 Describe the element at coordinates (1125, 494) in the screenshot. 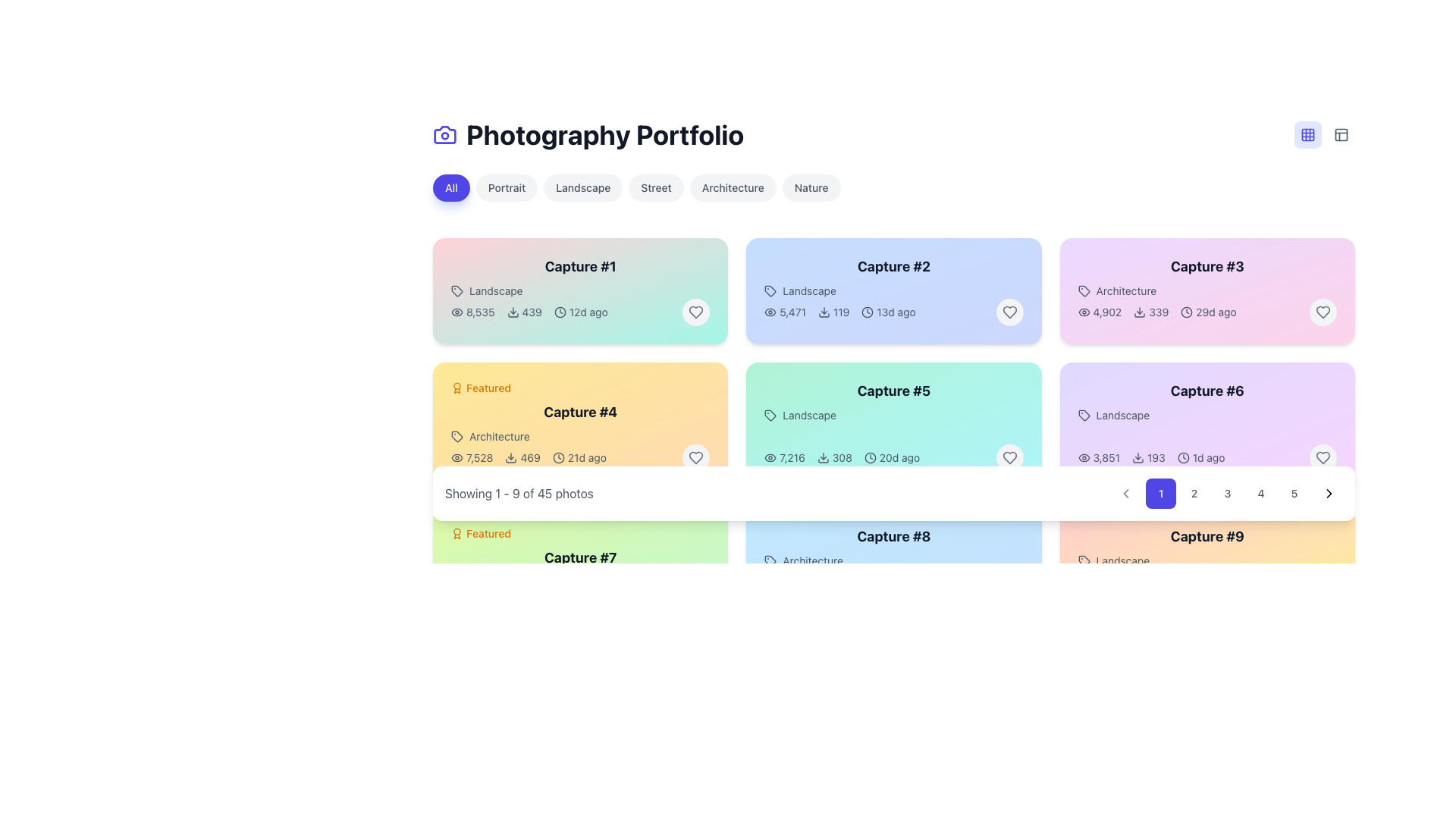

I see `the left-facing chevron icon button, which is styled in a grayish color and located in the pagination bar at the bottom of the interface, to the left of the numerical page selections` at that location.